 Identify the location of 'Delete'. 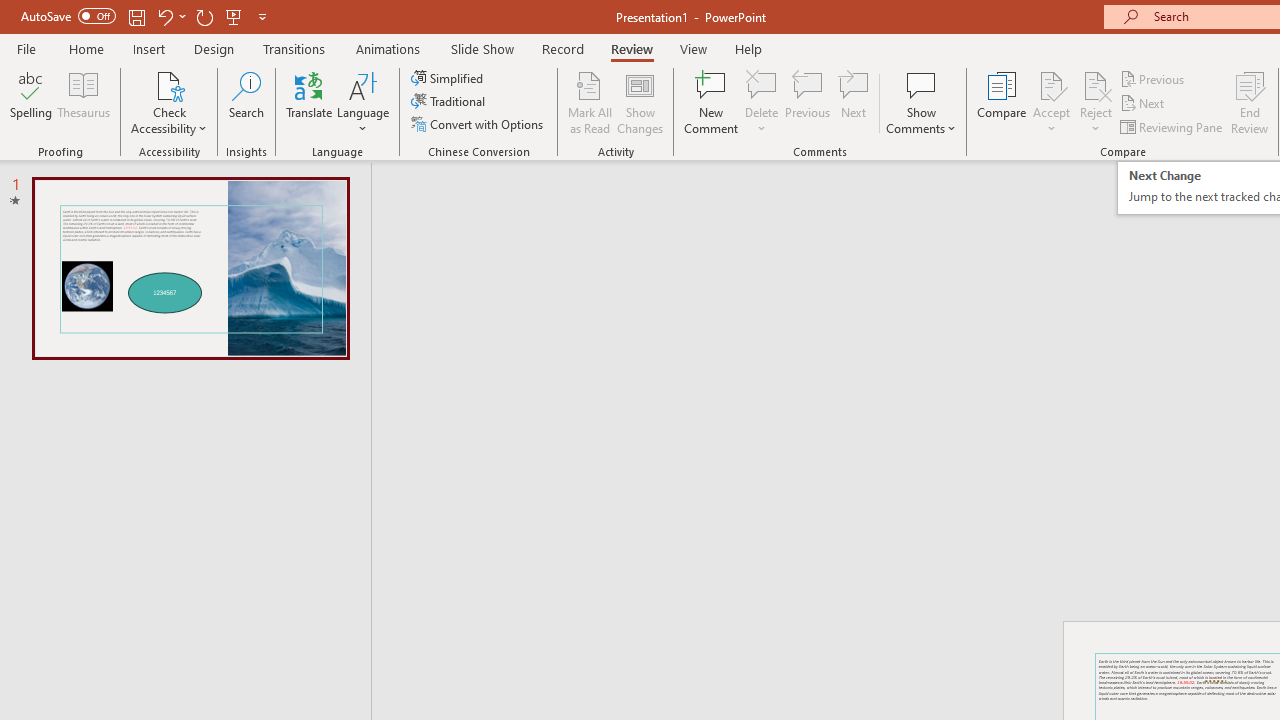
(761, 103).